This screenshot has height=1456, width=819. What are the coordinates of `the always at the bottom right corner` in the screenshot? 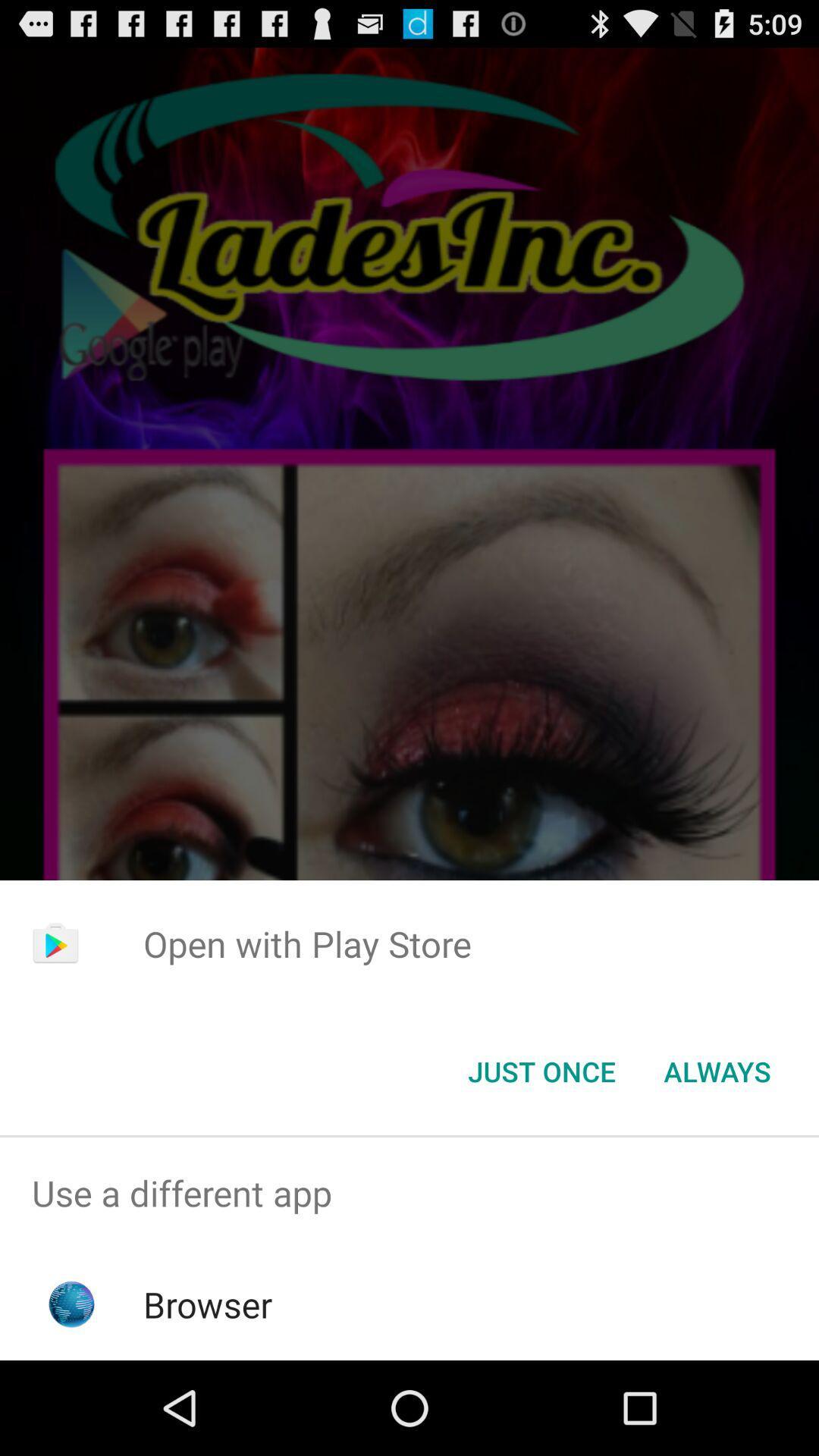 It's located at (717, 1070).